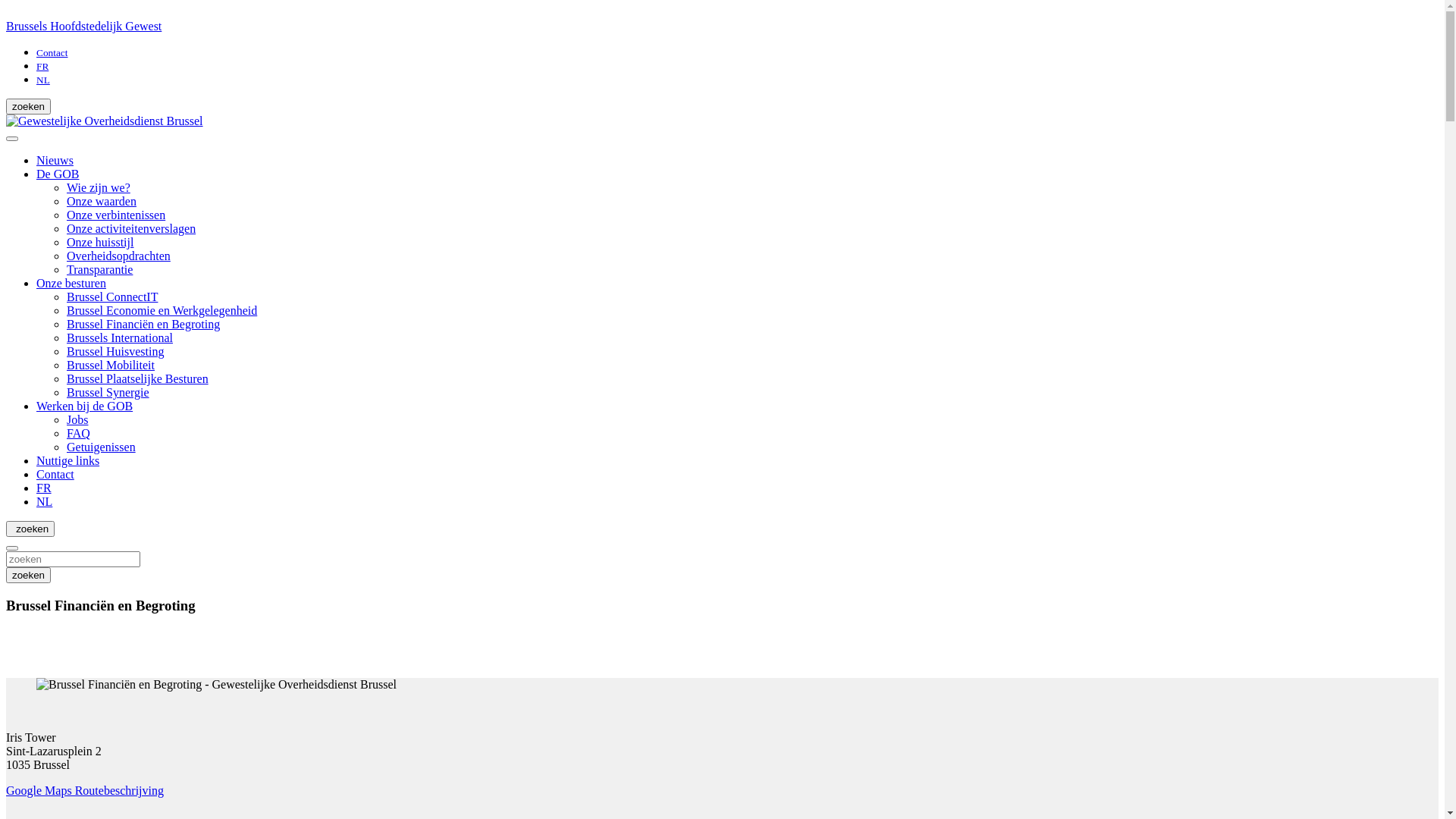 The image size is (1456, 819). What do you see at coordinates (36, 283) in the screenshot?
I see `'Onze besturen'` at bounding box center [36, 283].